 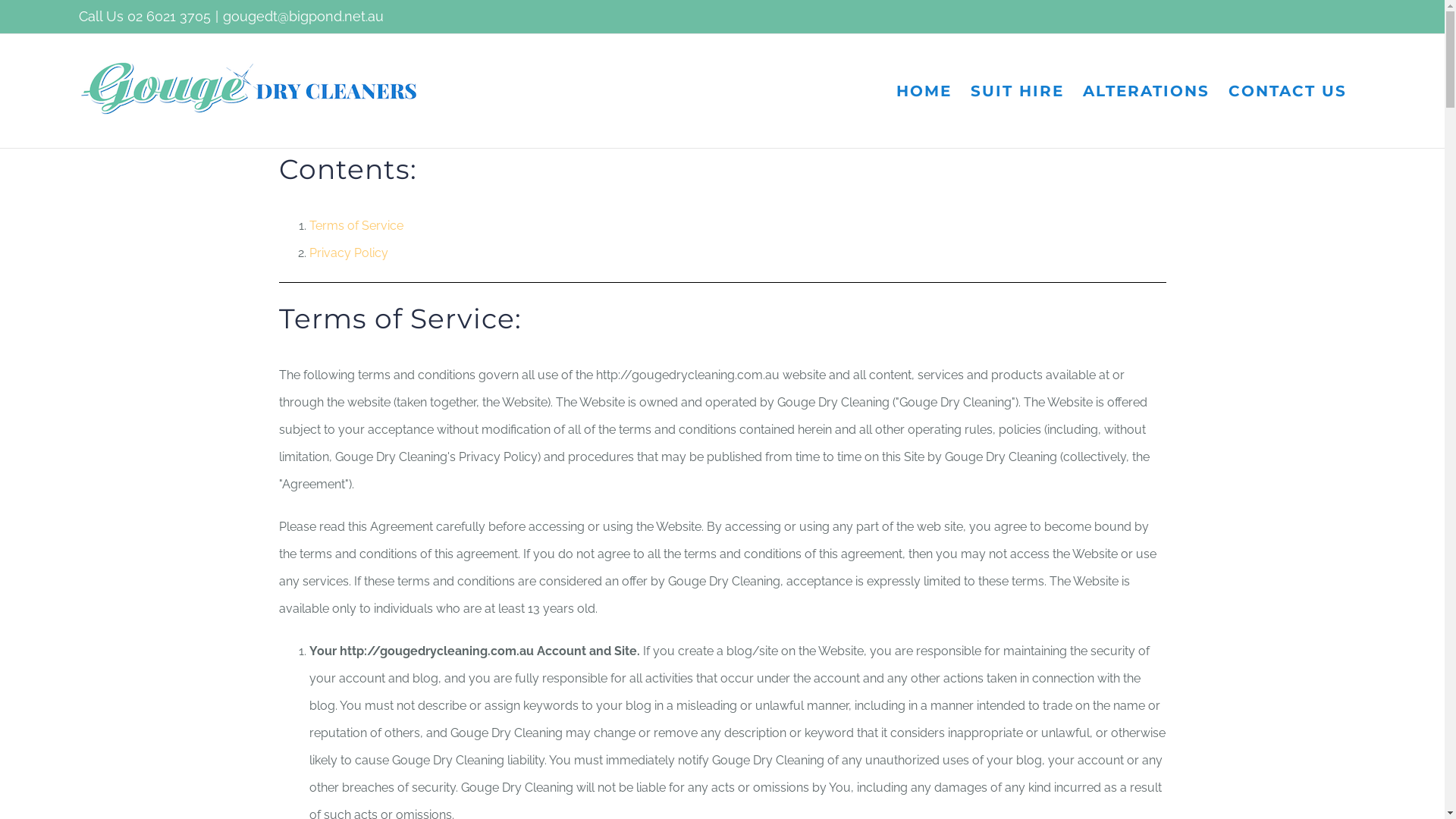 What do you see at coordinates (356, 225) in the screenshot?
I see `'Terms of Service'` at bounding box center [356, 225].